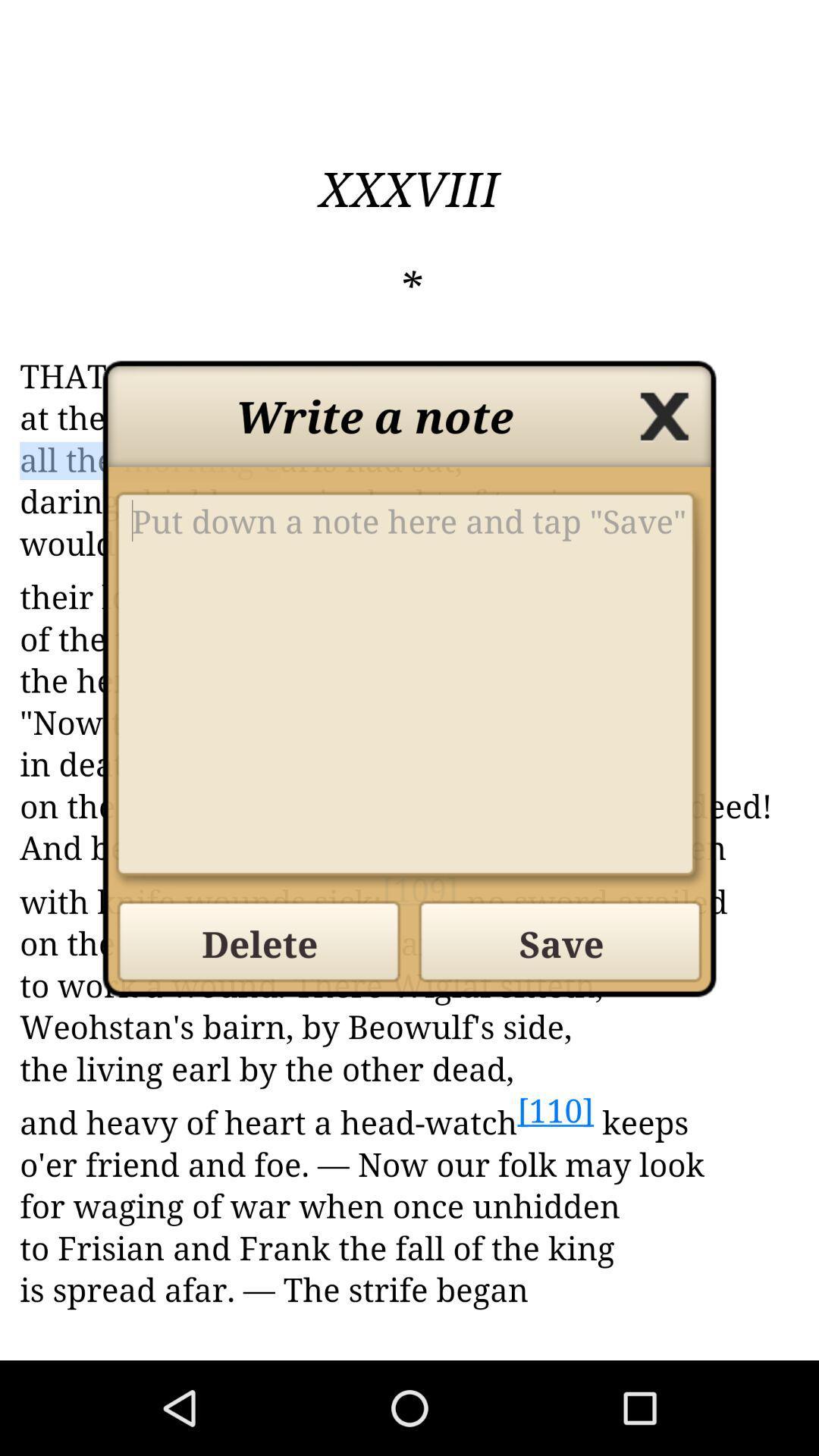 The width and height of the screenshot is (819, 1456). I want to click on write a note, so click(409, 689).